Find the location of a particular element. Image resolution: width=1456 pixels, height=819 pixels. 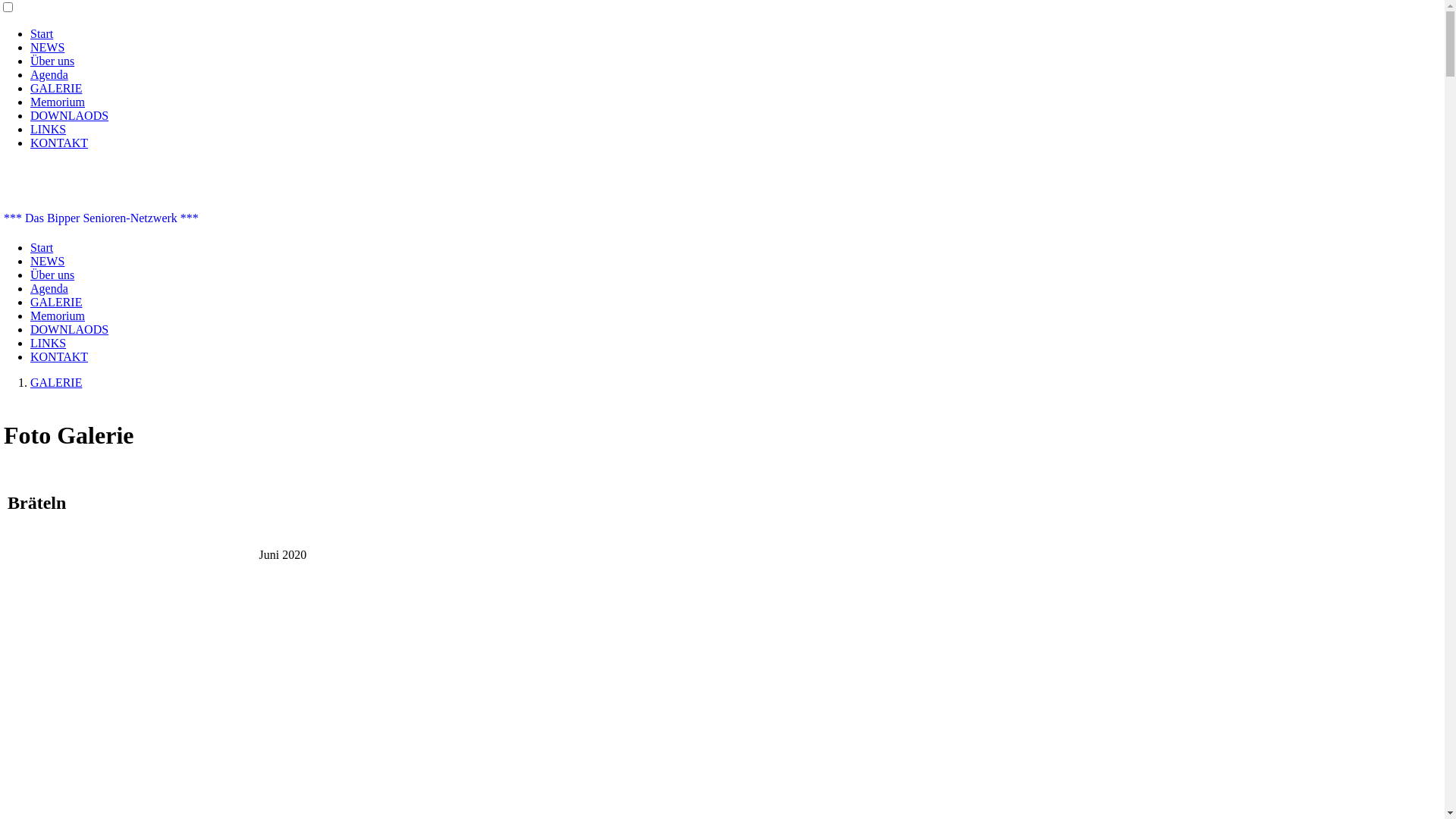

'GALERIE' is located at coordinates (55, 302).